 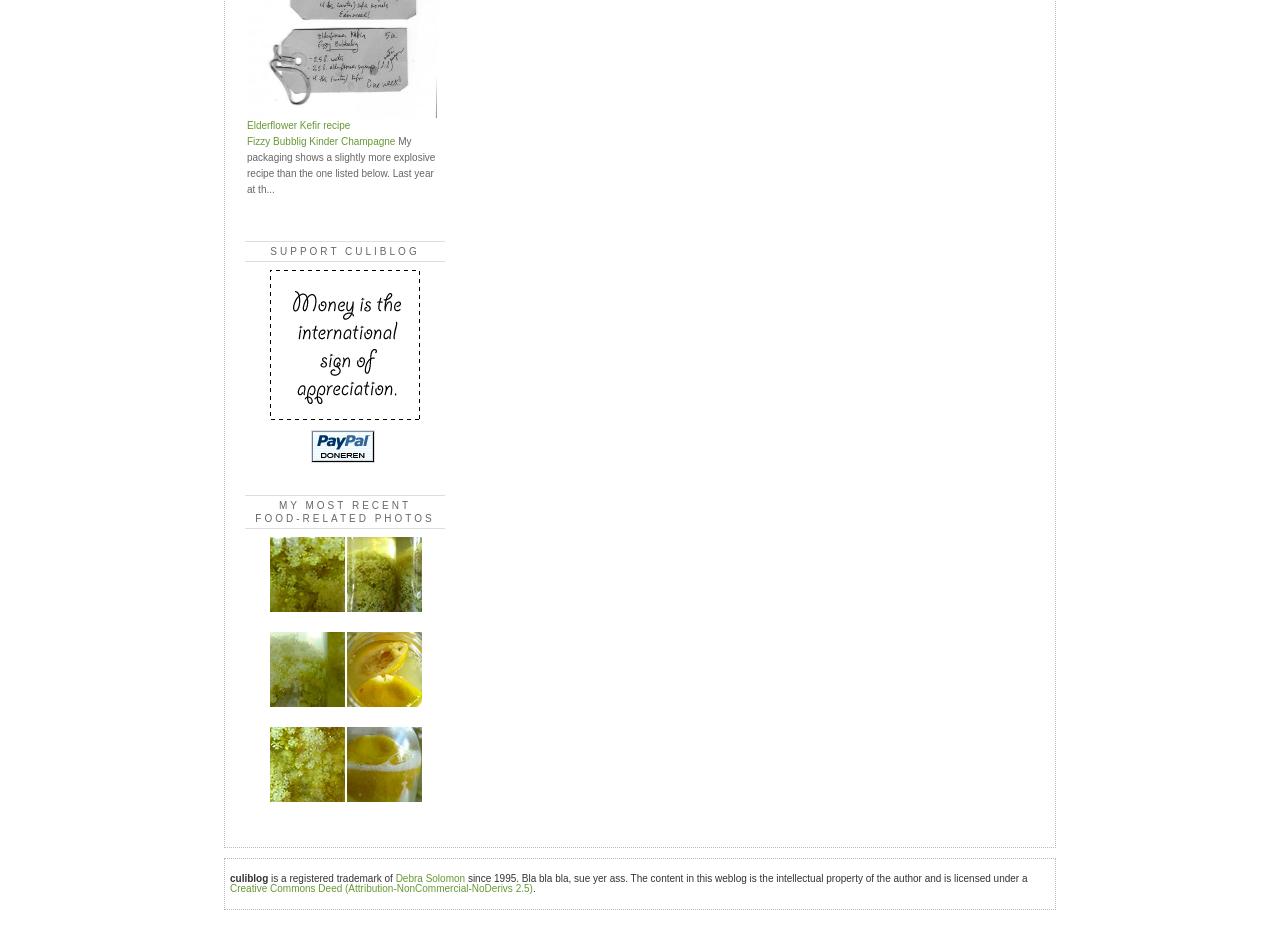 What do you see at coordinates (230, 888) in the screenshot?
I see `'Creative Commons Deed (Attribution-NonCommercial-NoDerivs 2.5)'` at bounding box center [230, 888].